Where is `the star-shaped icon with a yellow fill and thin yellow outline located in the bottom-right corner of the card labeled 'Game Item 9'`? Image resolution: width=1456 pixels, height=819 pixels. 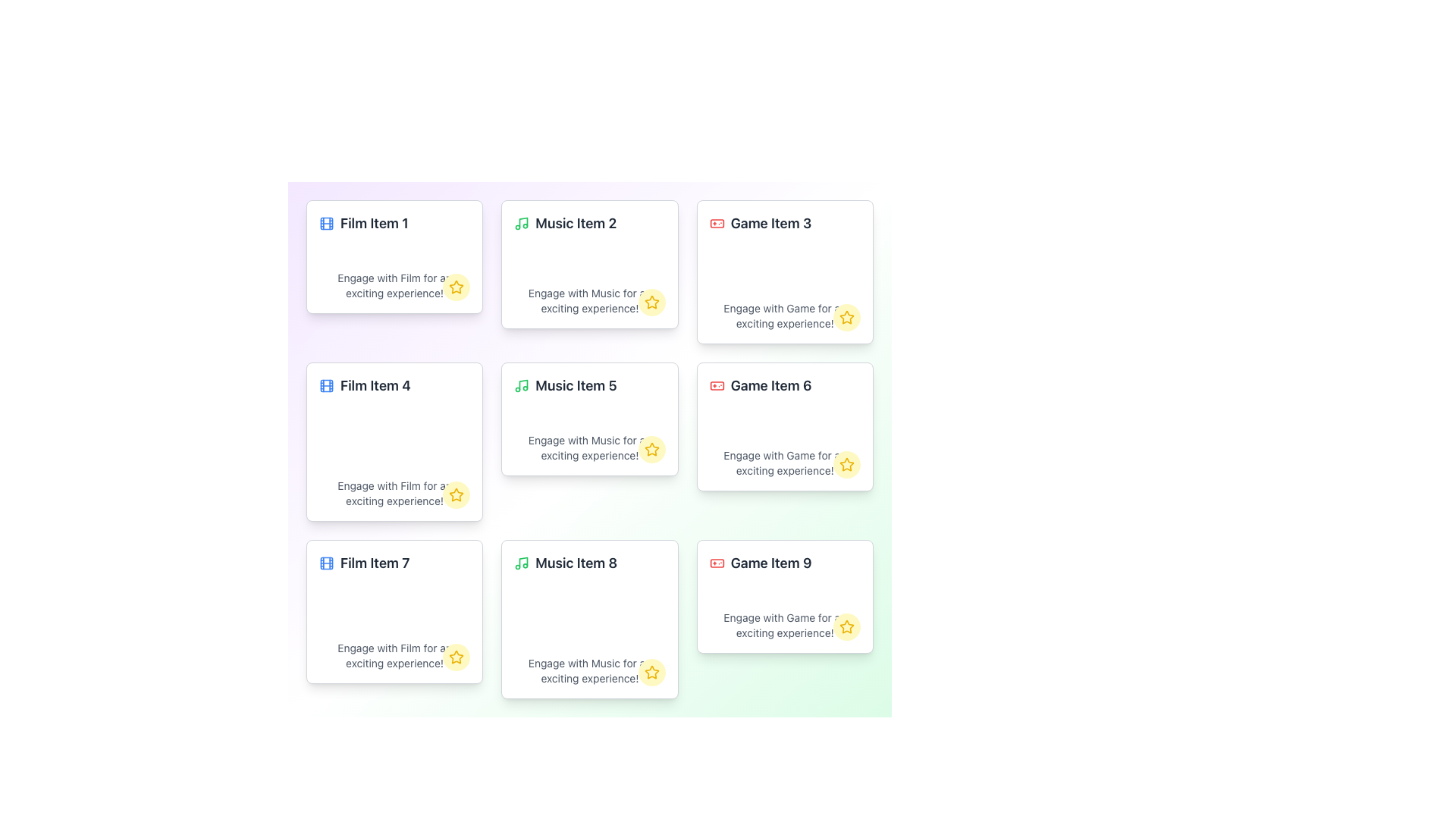
the star-shaped icon with a yellow fill and thin yellow outline located in the bottom-right corner of the card labeled 'Game Item 9' is located at coordinates (846, 626).